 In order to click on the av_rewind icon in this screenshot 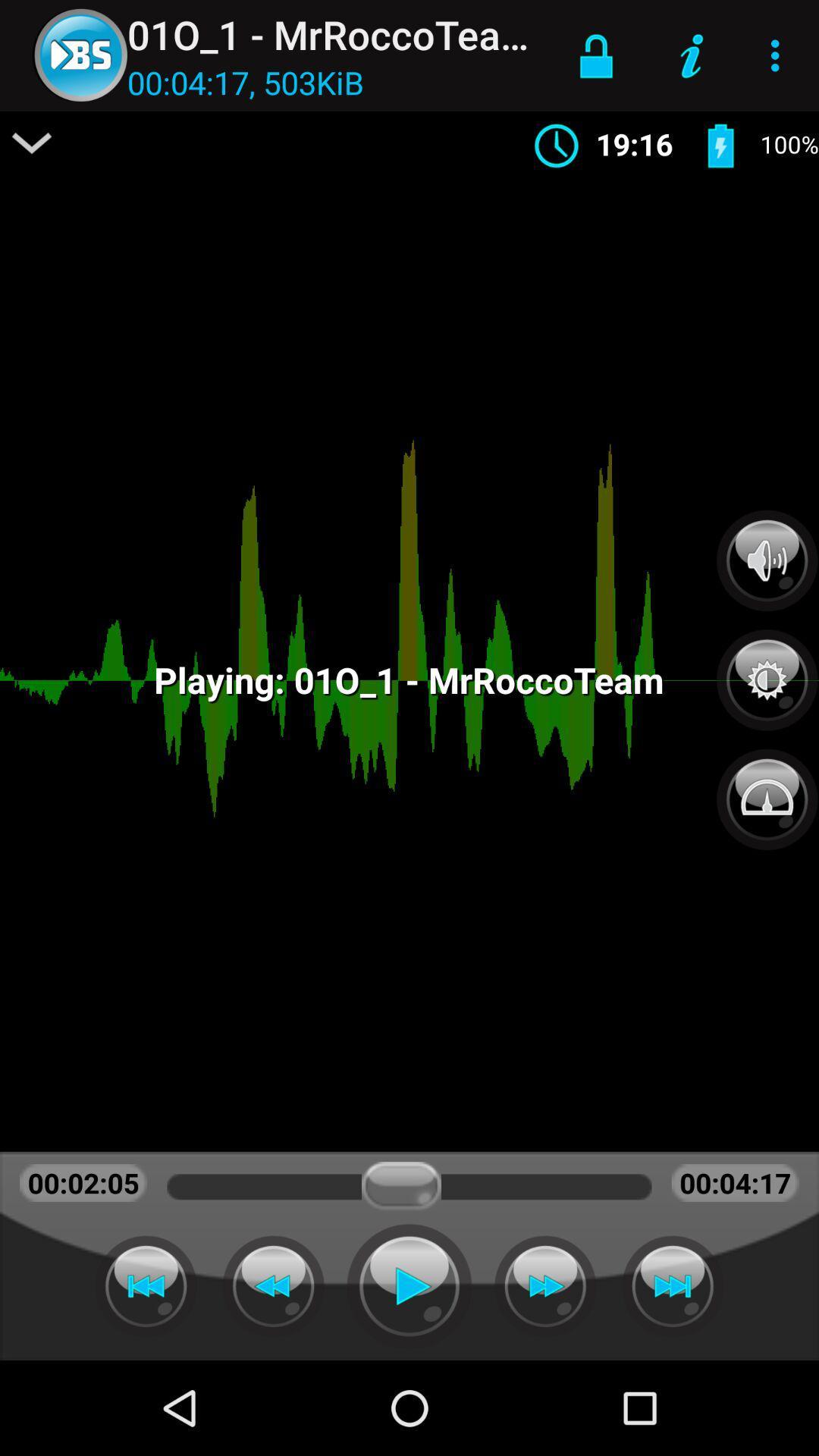, I will do `click(273, 1285)`.